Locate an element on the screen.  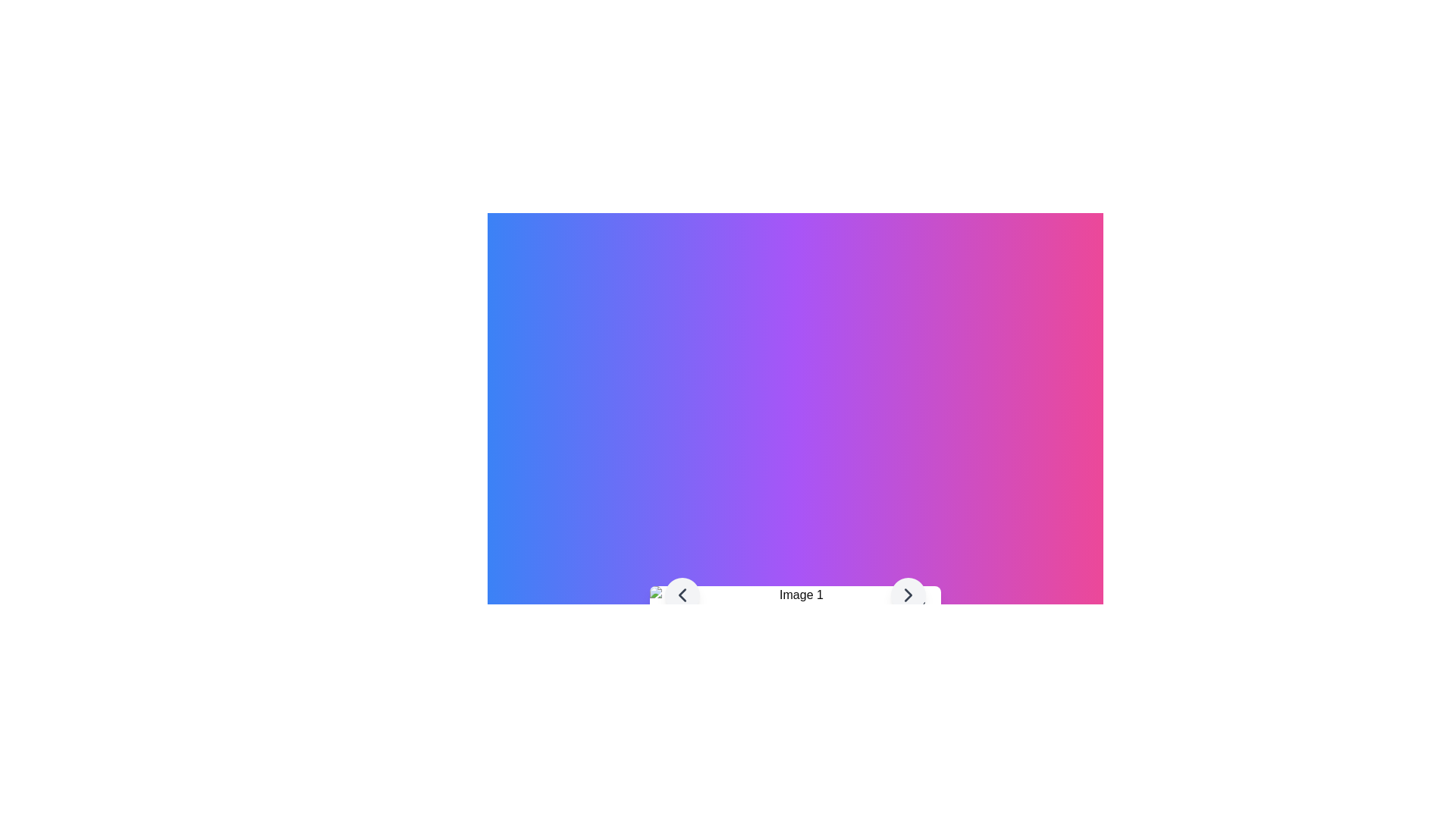
the rightward-pointing chevron navigation icon within its circular button to trigger a tooltip or visual feedback is located at coordinates (908, 595).